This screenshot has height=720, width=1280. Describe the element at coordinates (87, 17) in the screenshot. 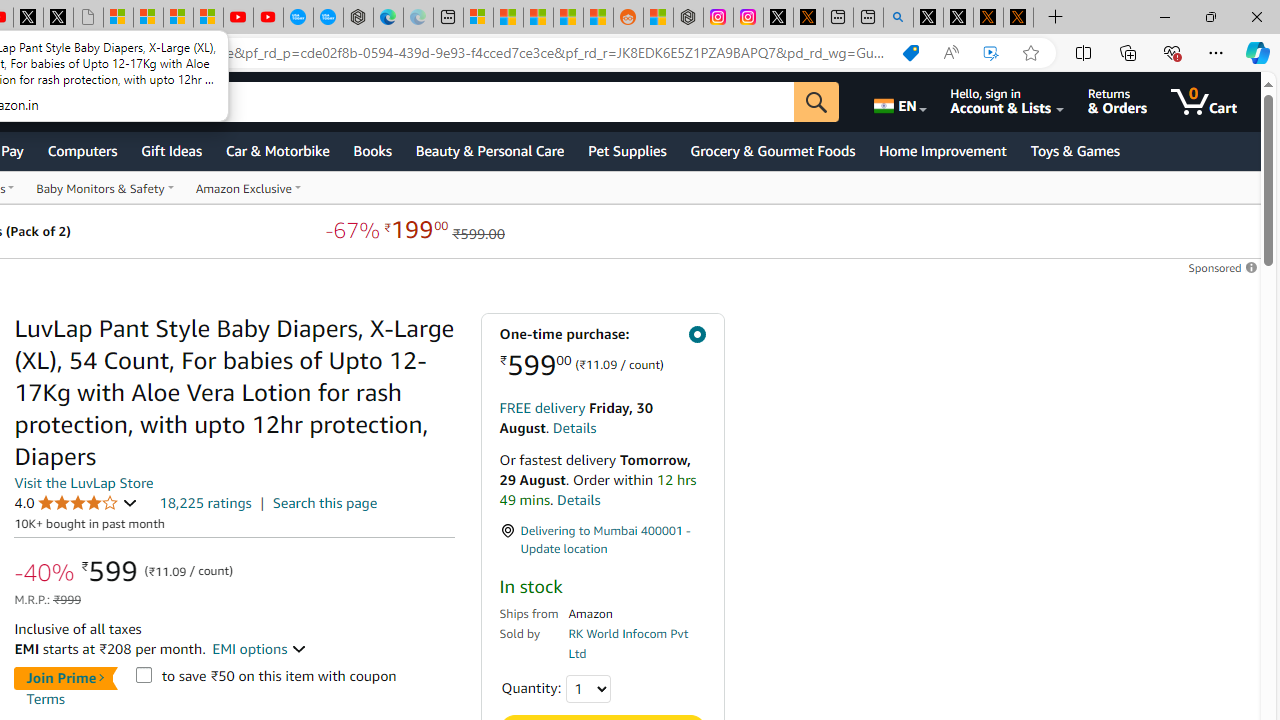

I see `'Untitled'` at that location.